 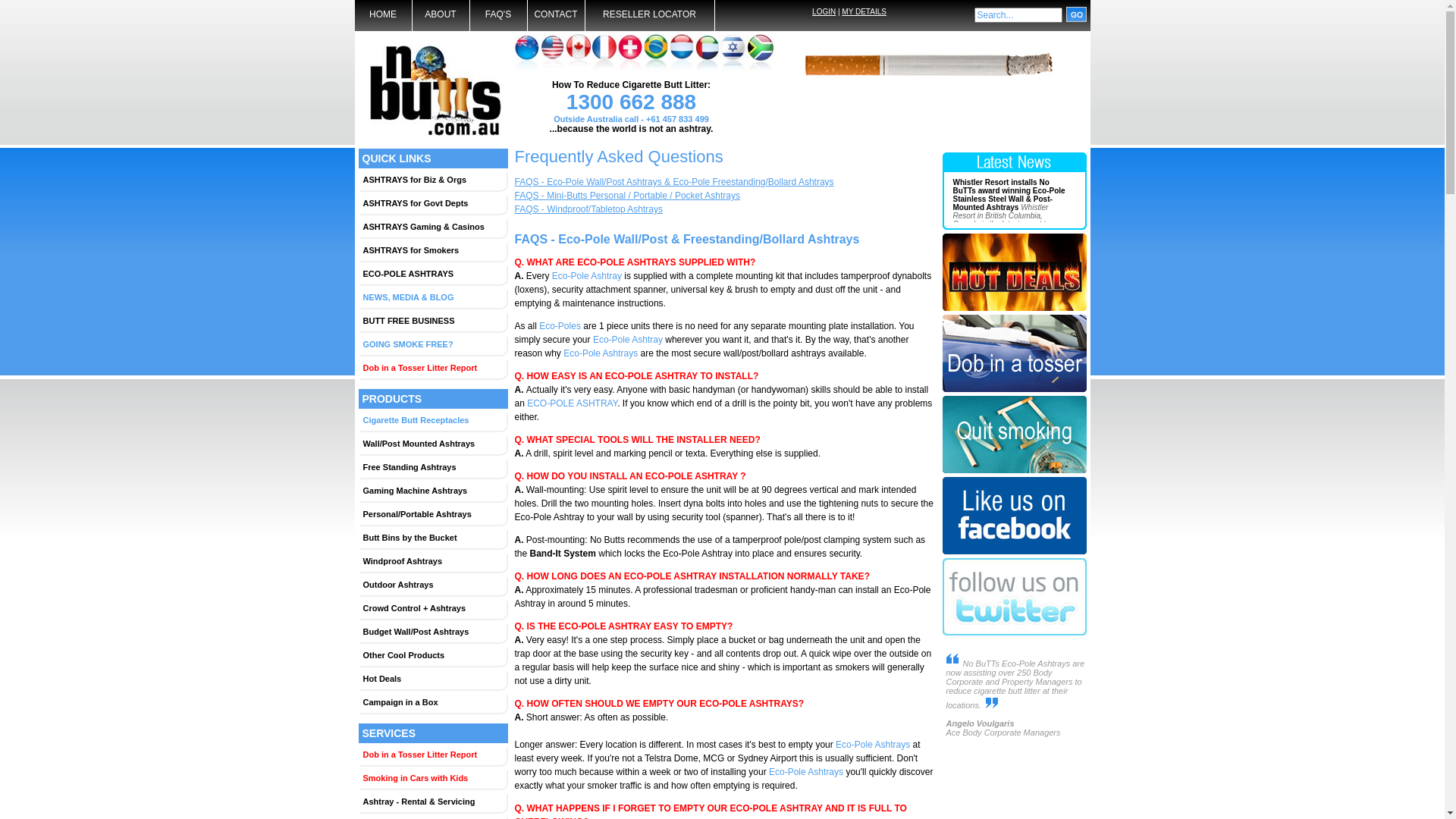 I want to click on 'Follow us on twitter', so click(x=1014, y=598).